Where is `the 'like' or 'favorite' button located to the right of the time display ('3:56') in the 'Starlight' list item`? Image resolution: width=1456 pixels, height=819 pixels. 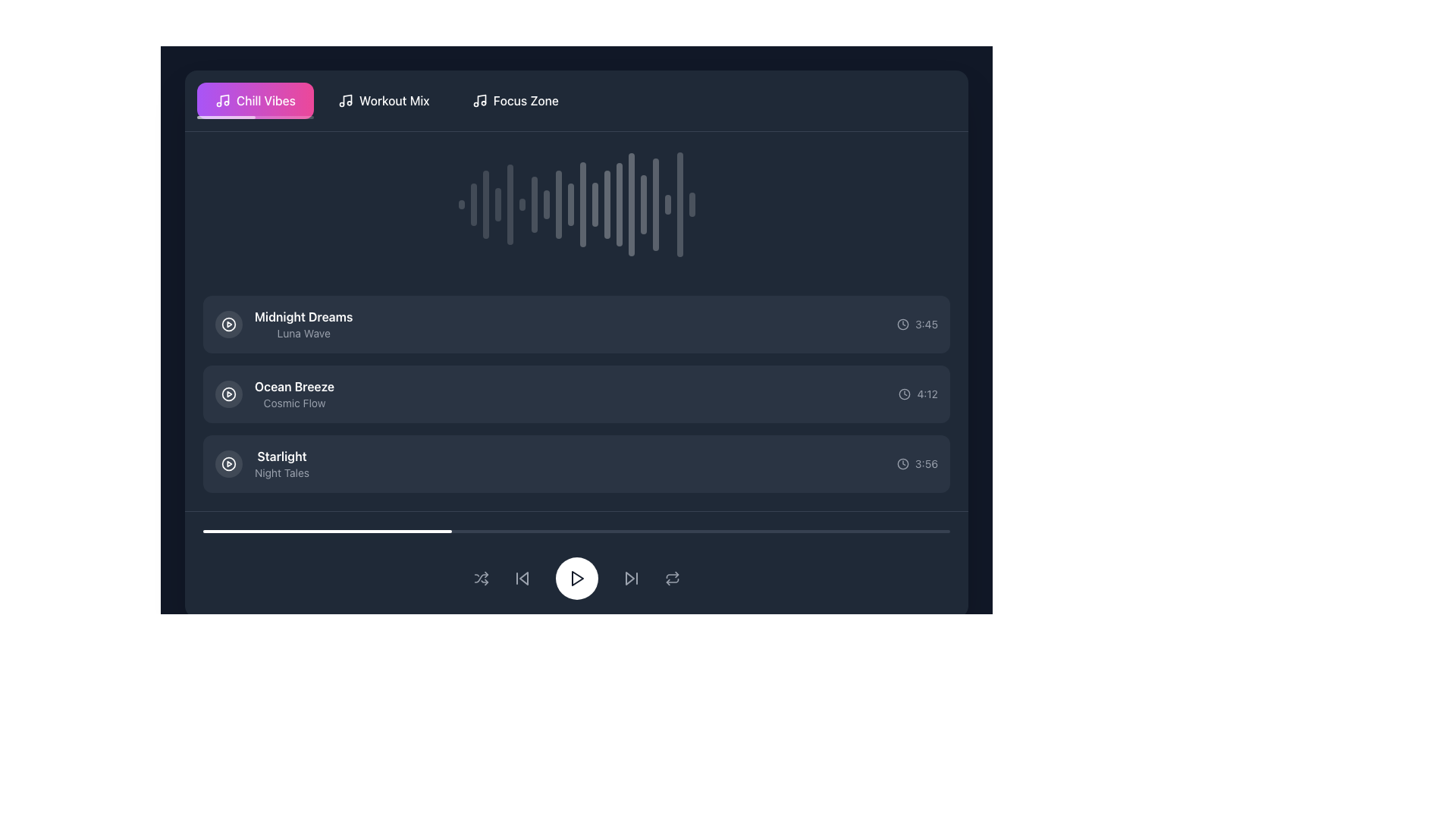
the 'like' or 'favorite' button located to the right of the time display ('3:56') in the 'Starlight' list item is located at coordinates (877, 463).